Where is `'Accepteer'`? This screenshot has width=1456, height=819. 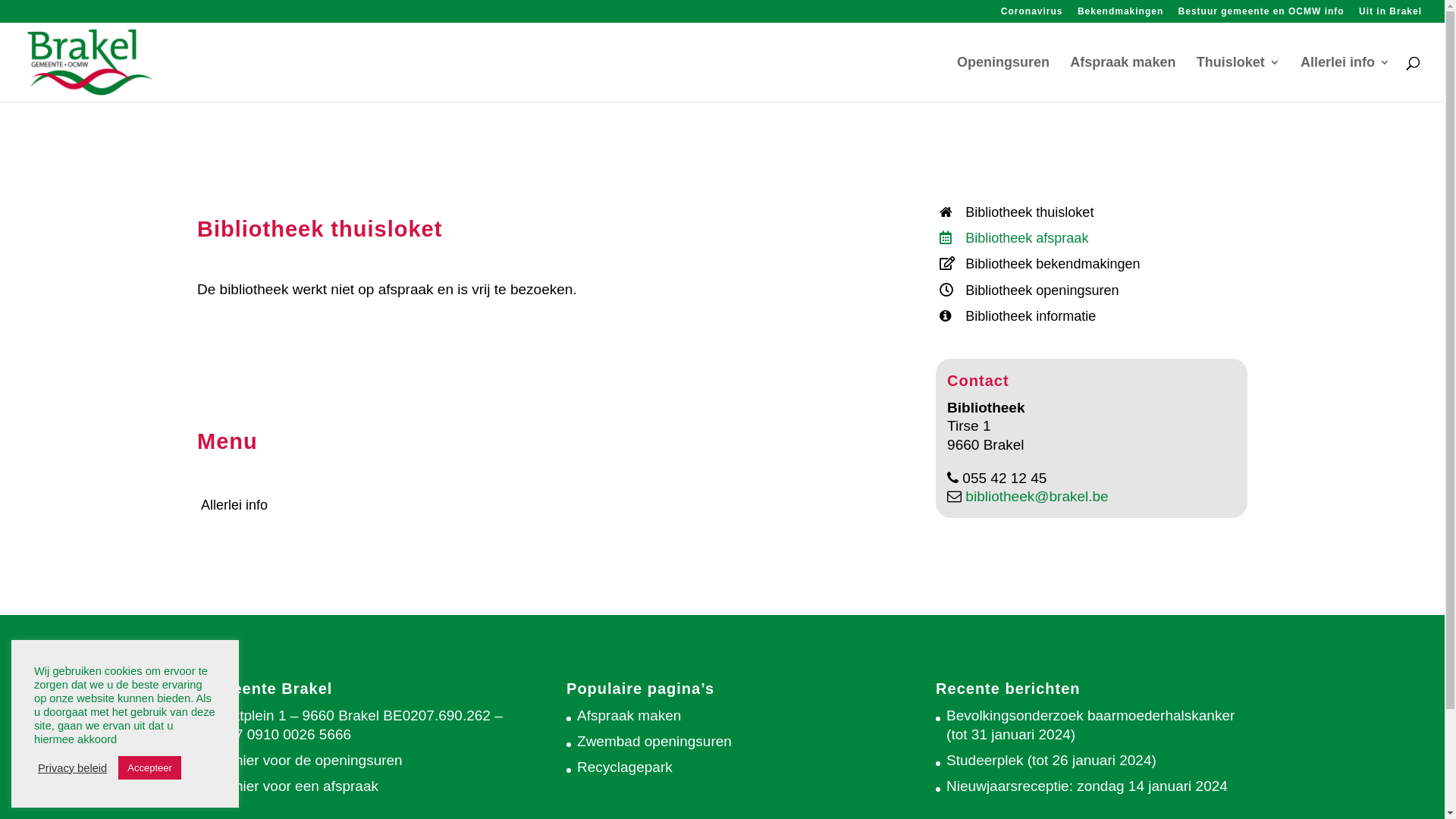
'Accepteer' is located at coordinates (149, 767).